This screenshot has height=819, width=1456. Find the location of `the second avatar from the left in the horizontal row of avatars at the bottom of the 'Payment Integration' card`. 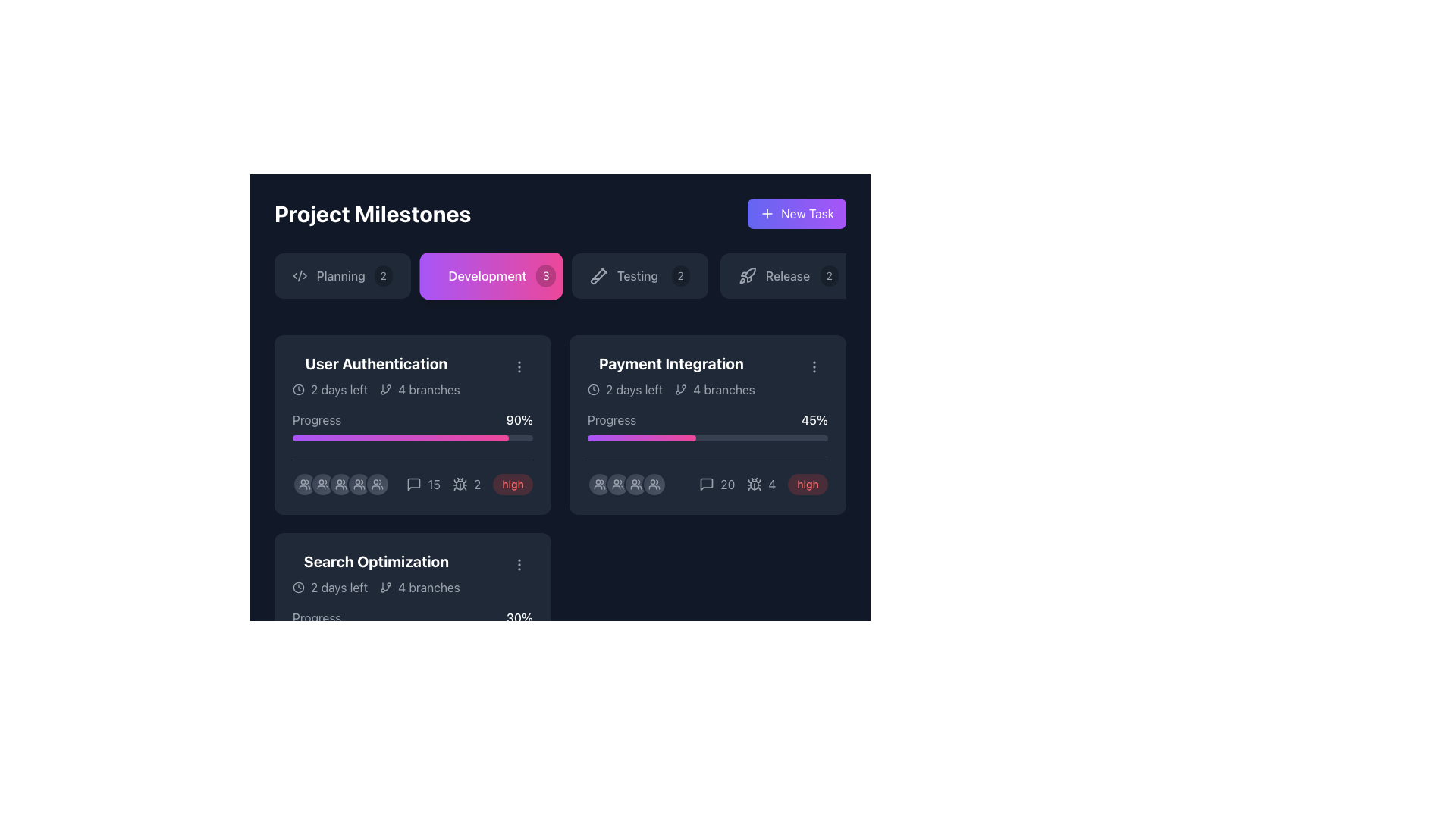

the second avatar from the left in the horizontal row of avatars at the bottom of the 'Payment Integration' card is located at coordinates (618, 485).